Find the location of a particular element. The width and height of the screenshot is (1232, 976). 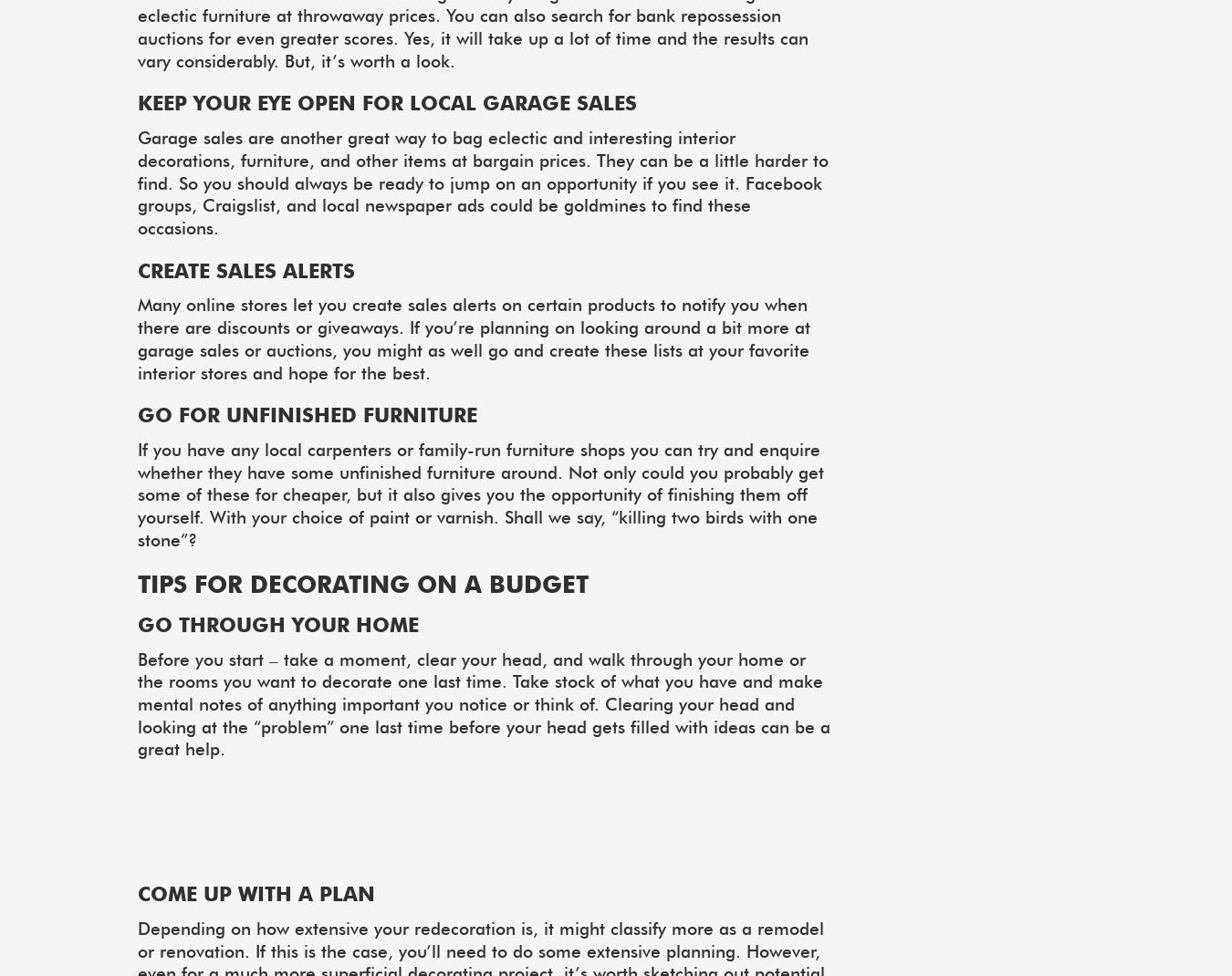

'Come up with a plan' is located at coordinates (255, 893).